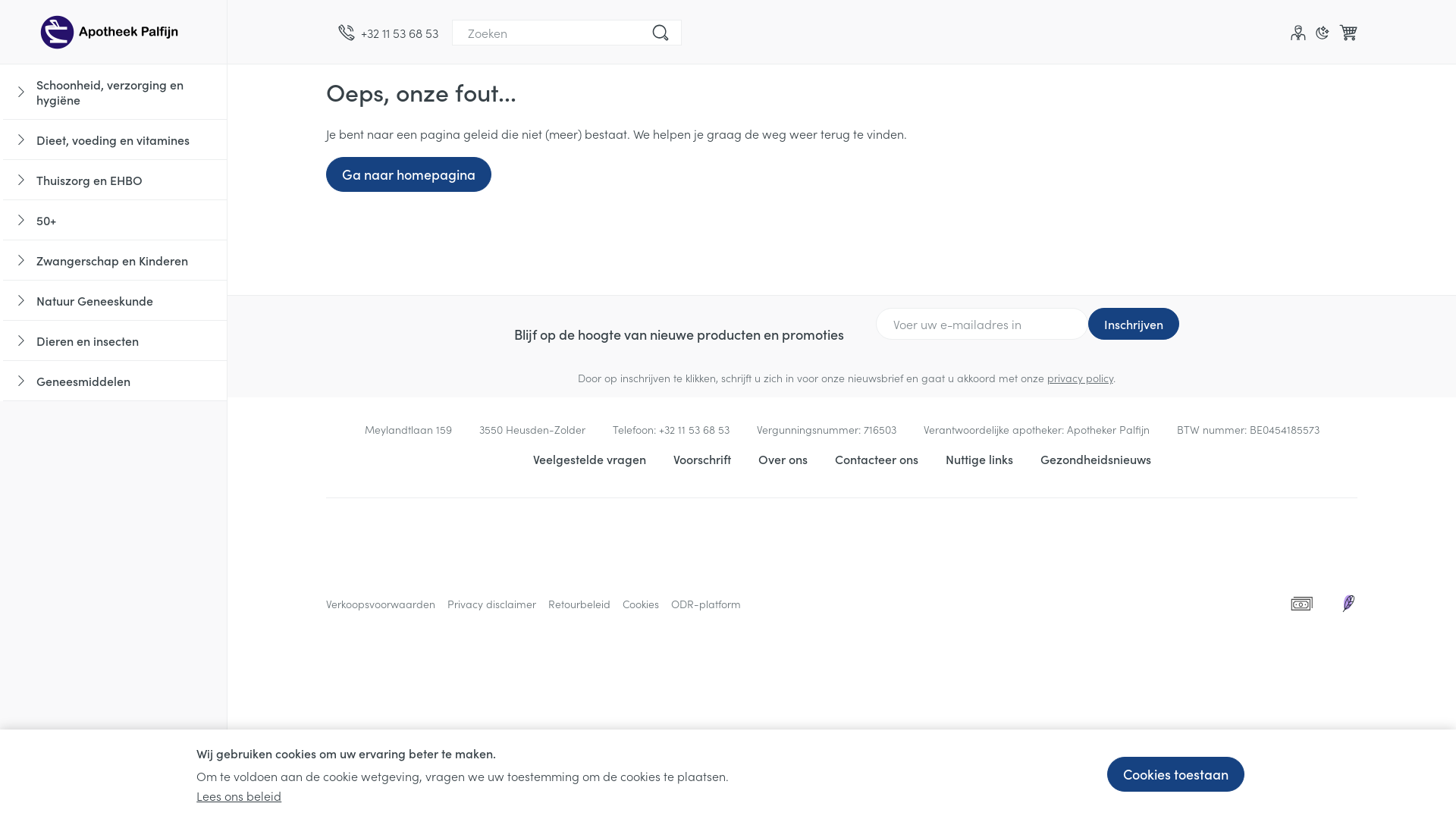 This screenshot has width=1456, height=819. I want to click on '+32 11 53 68 53', so click(388, 32).